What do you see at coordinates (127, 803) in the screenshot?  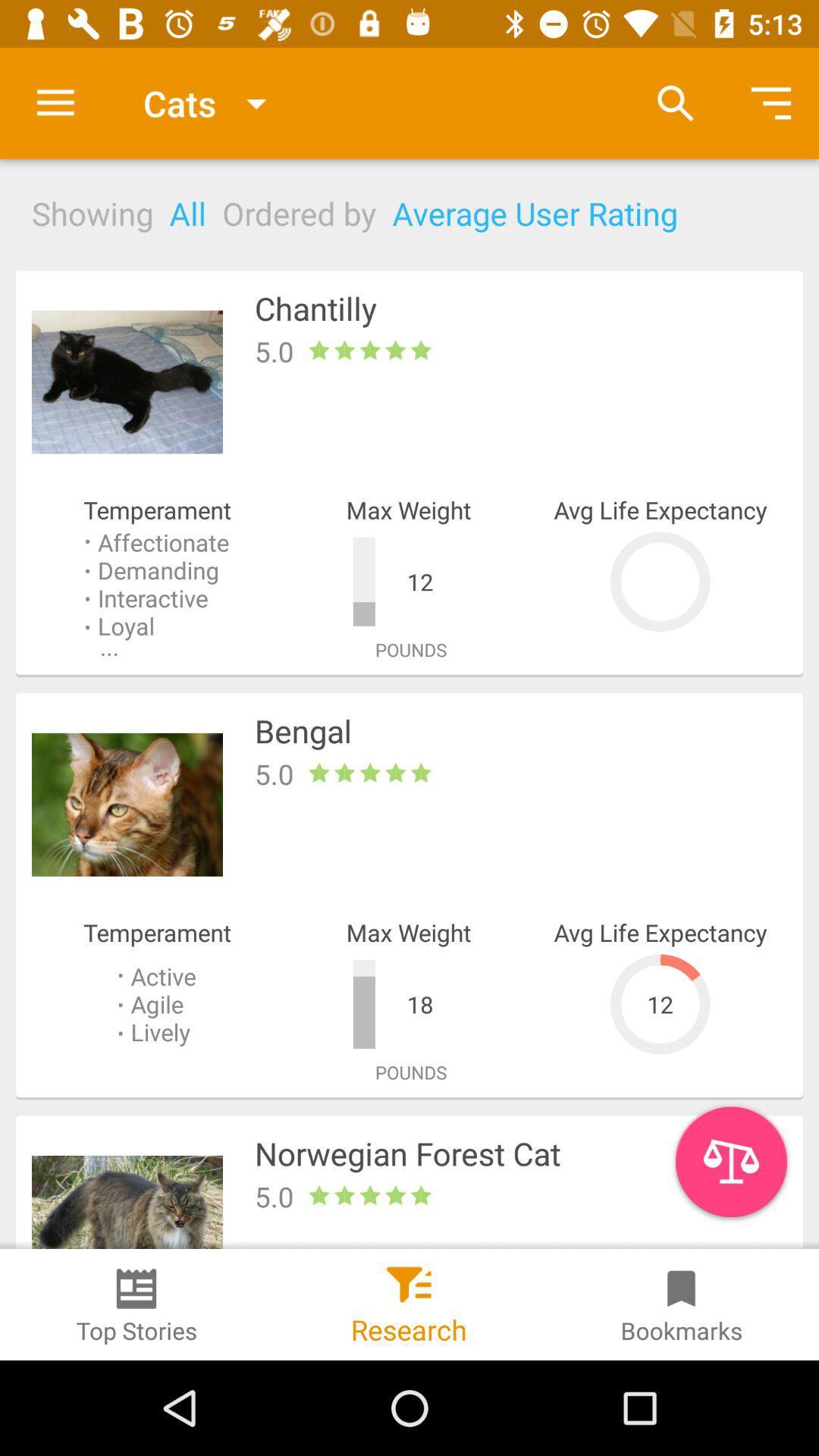 I see `the second image above the temperament text` at bounding box center [127, 803].